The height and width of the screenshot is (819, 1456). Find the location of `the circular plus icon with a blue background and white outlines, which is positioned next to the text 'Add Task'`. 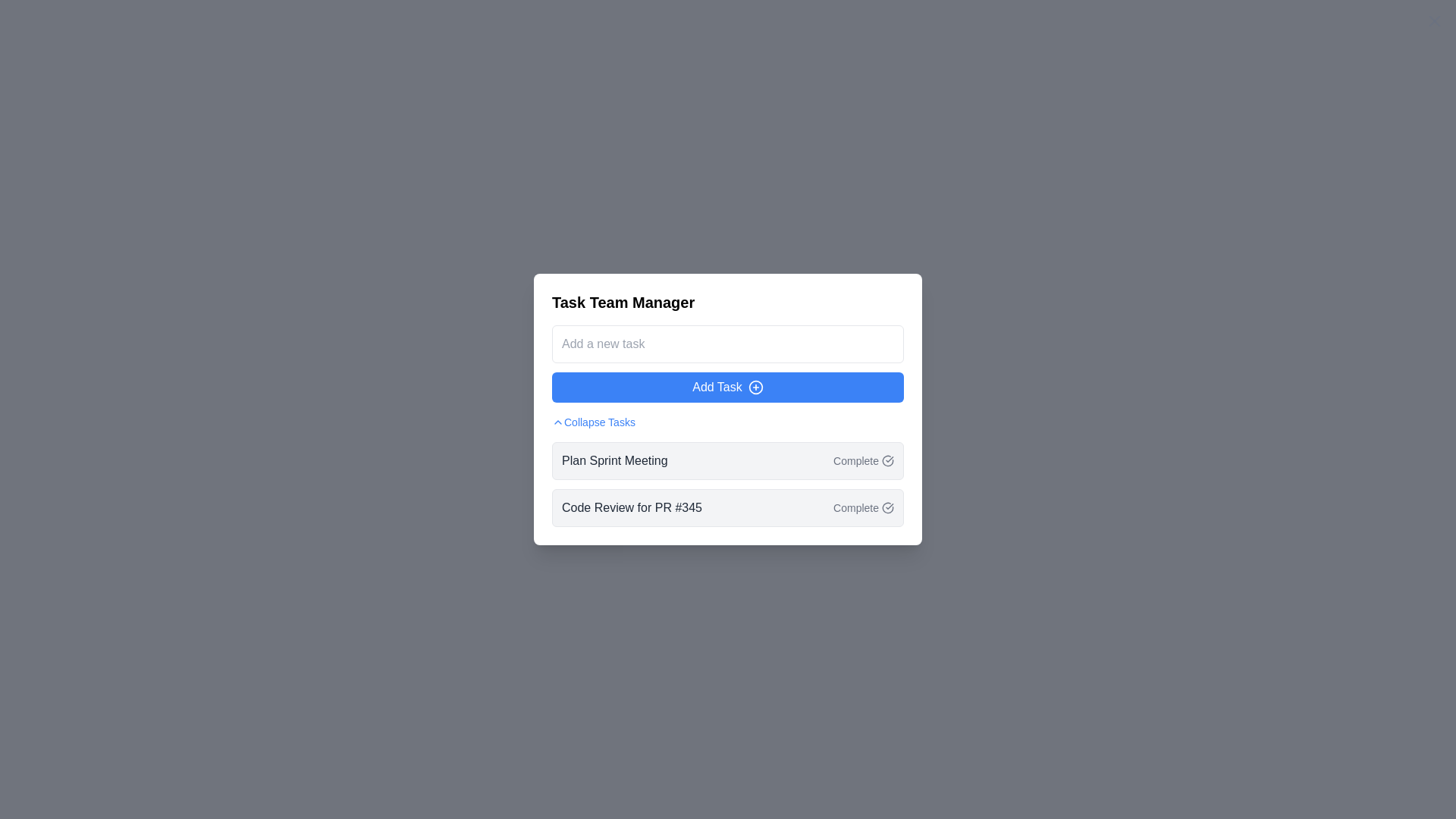

the circular plus icon with a blue background and white outlines, which is positioned next to the text 'Add Task' is located at coordinates (755, 386).